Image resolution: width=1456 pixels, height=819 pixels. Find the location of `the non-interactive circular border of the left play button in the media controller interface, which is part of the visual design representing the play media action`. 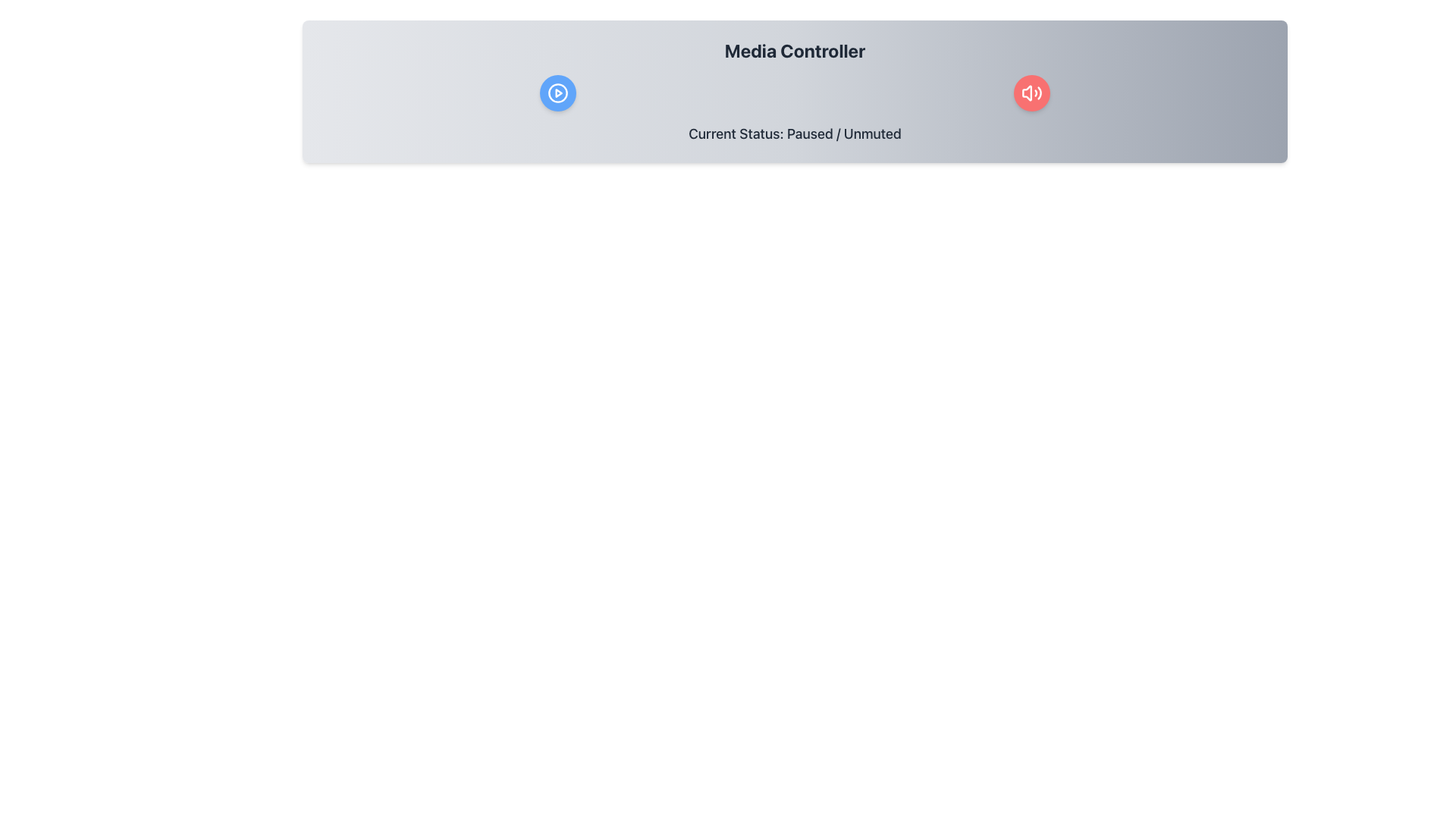

the non-interactive circular border of the left play button in the media controller interface, which is part of the visual design representing the play media action is located at coordinates (557, 93).